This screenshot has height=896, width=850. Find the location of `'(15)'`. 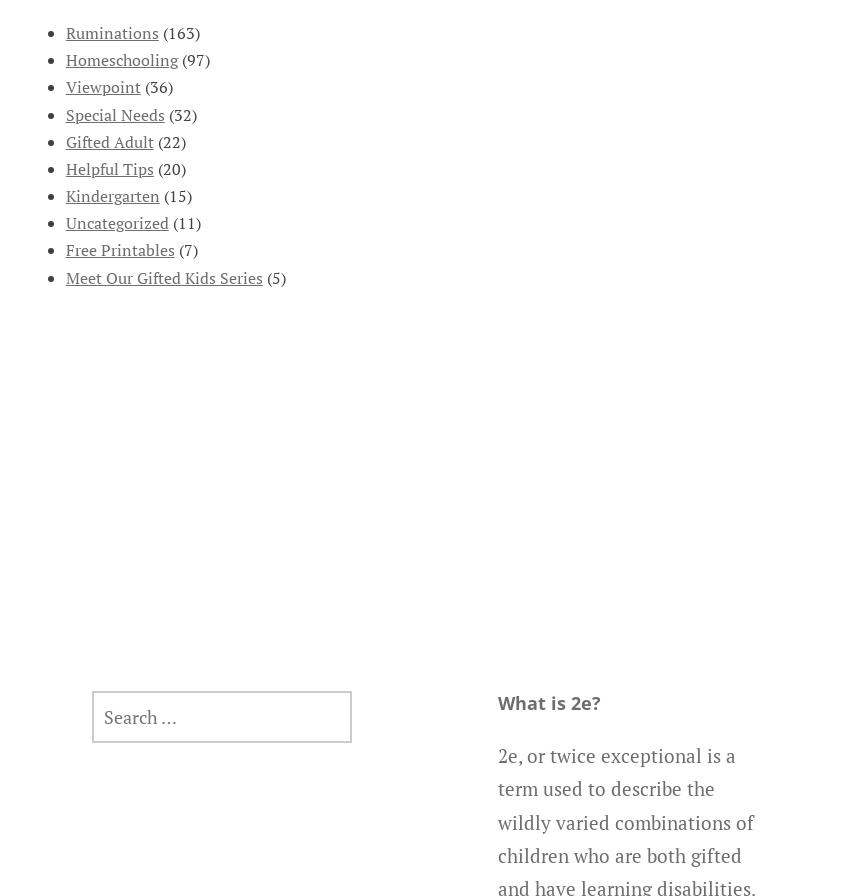

'(15)' is located at coordinates (159, 196).